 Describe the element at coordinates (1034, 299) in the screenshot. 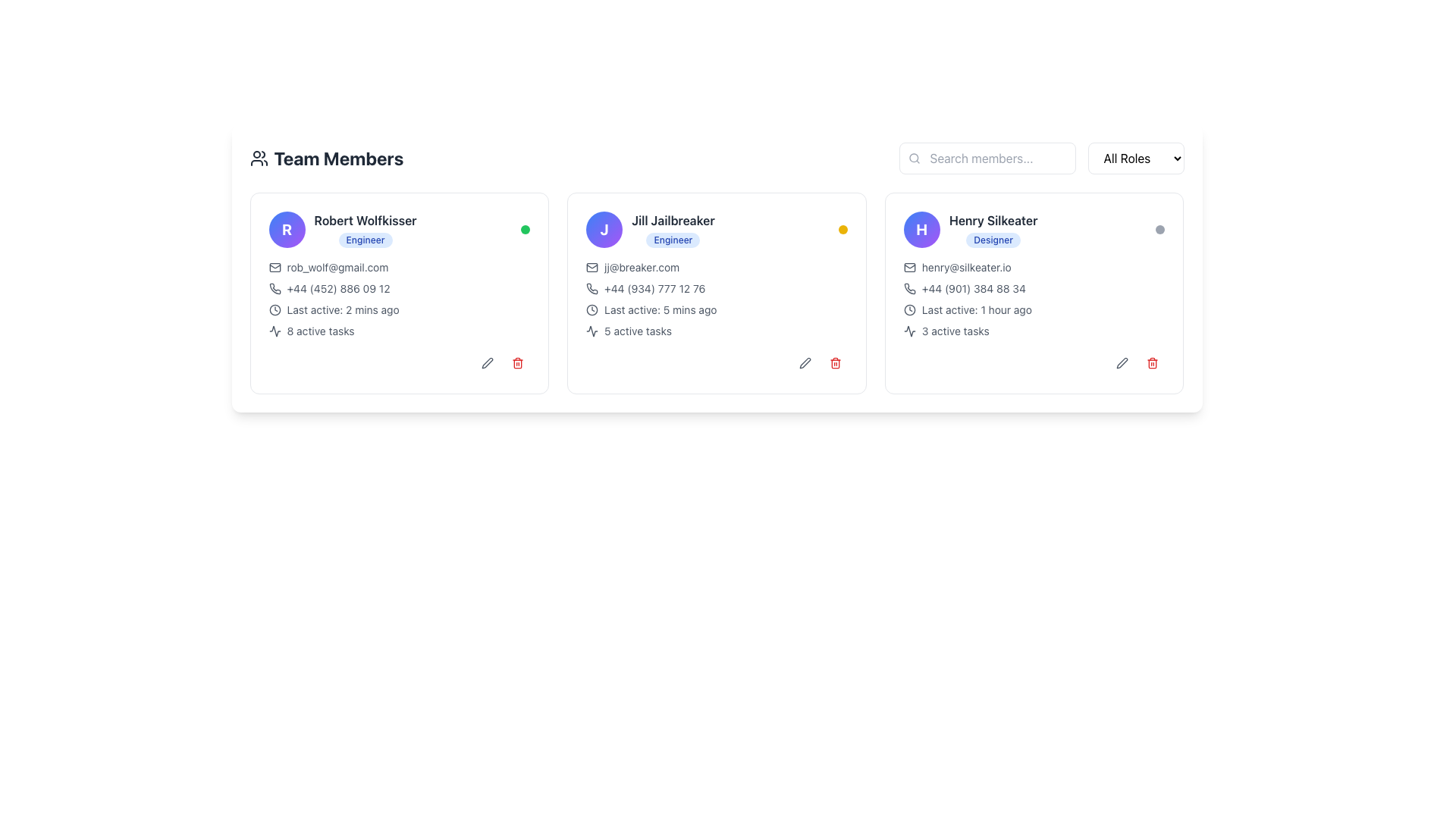

I see `the email address within the textual information block under the user 'Henry Silkeater' to send an email` at that location.